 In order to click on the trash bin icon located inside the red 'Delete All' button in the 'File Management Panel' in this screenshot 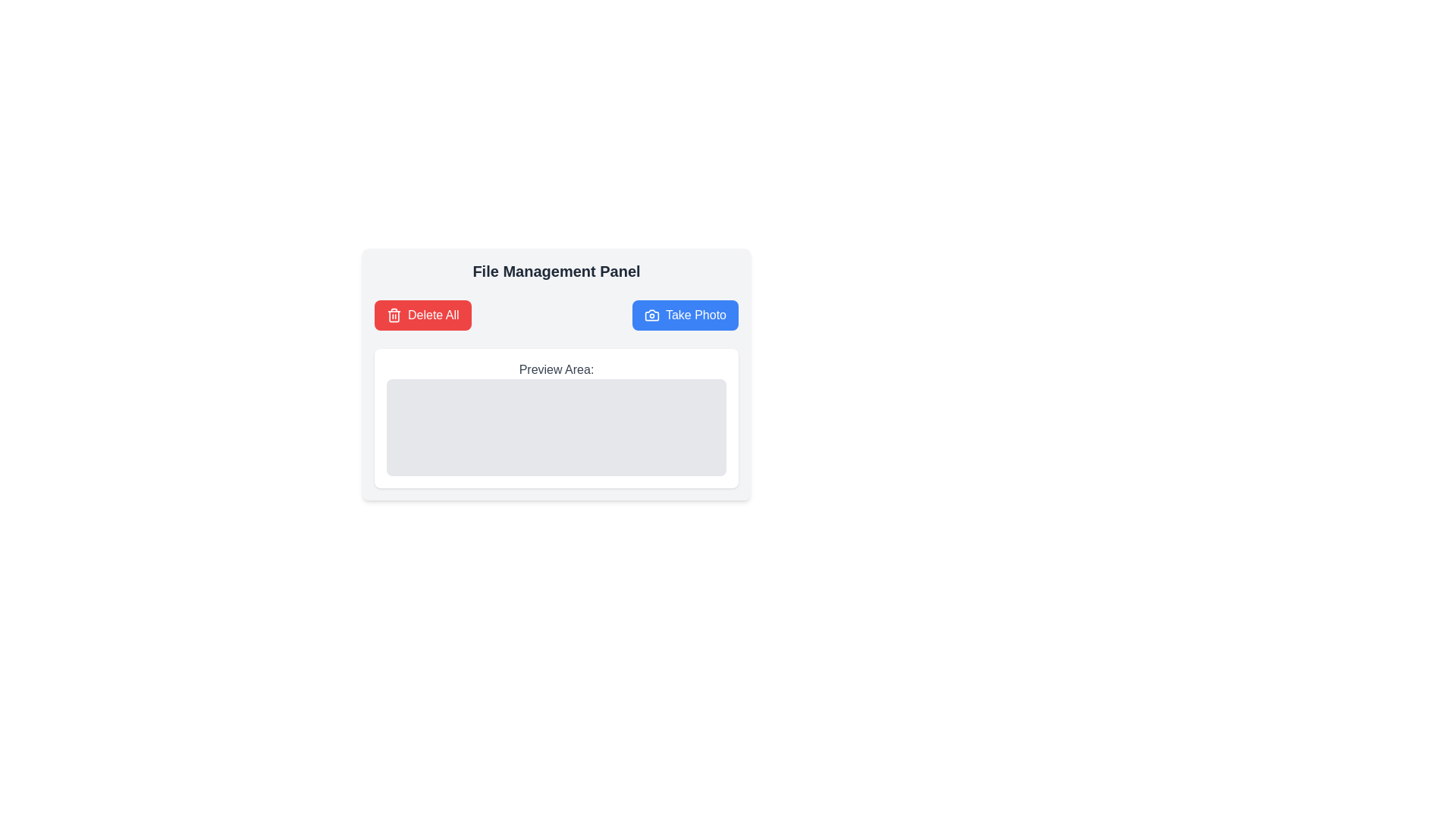, I will do `click(394, 315)`.